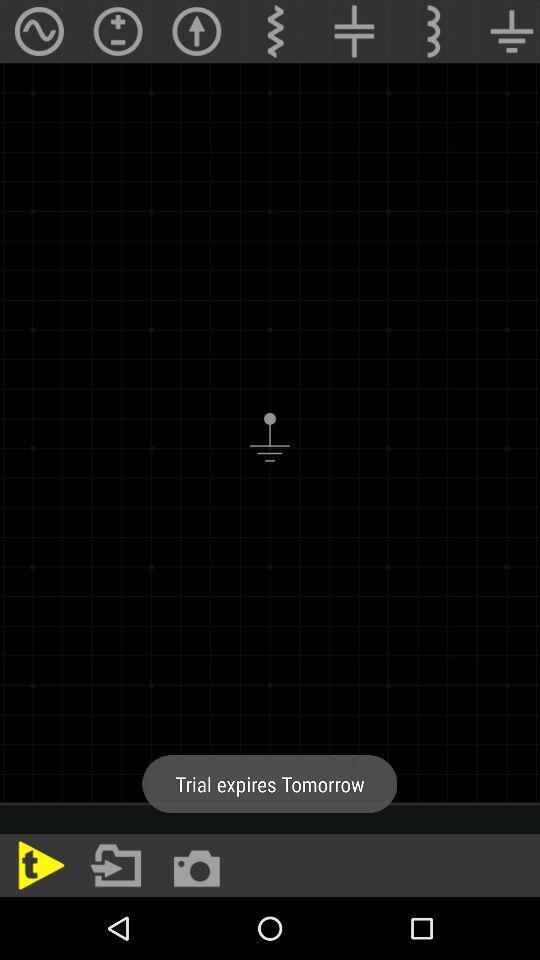  I want to click on the filter_list icon, so click(505, 32).